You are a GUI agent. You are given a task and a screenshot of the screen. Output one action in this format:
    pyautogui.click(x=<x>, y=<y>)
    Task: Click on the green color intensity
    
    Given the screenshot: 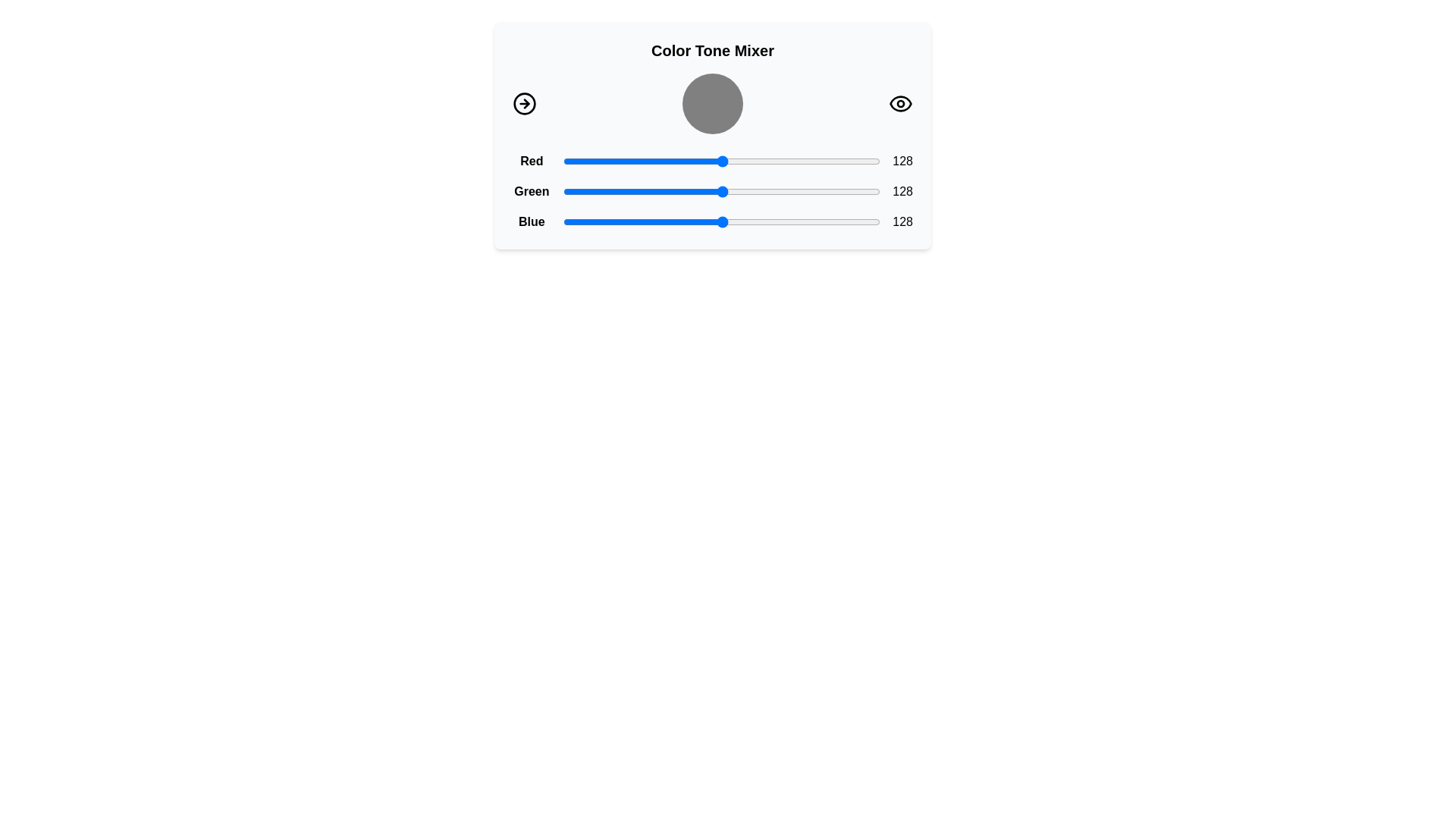 What is the action you would take?
    pyautogui.click(x=673, y=191)
    